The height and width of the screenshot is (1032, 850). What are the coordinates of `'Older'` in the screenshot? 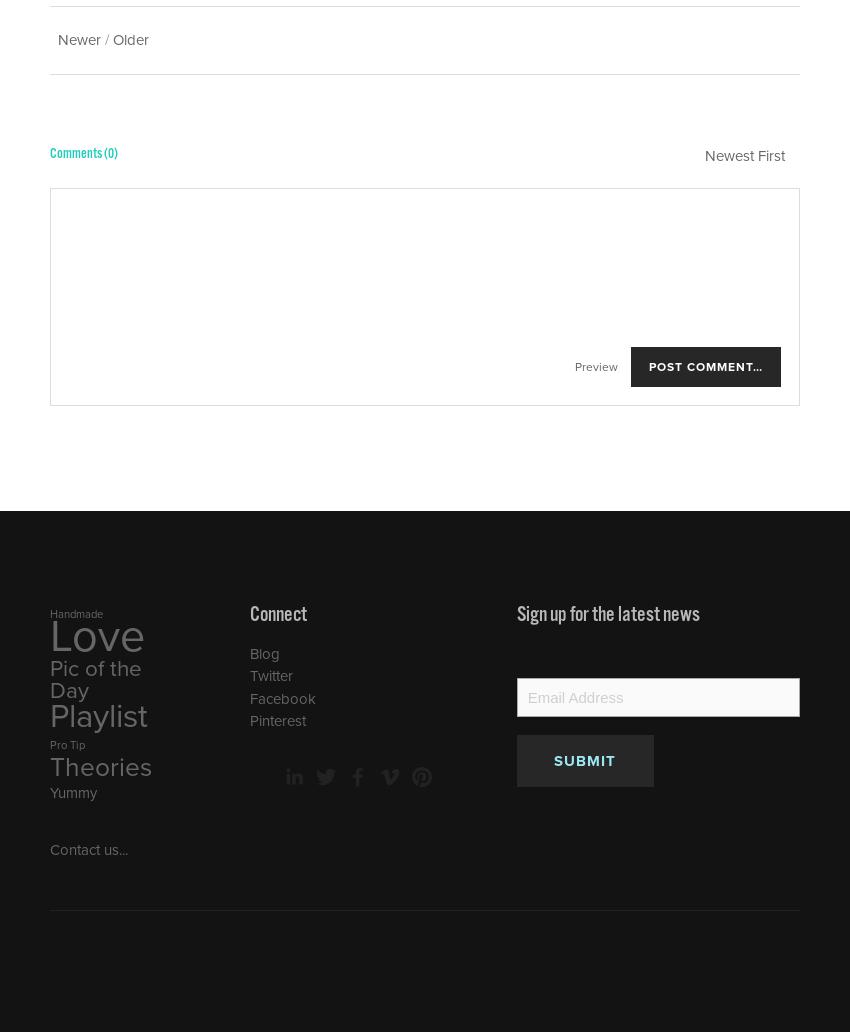 It's located at (129, 40).